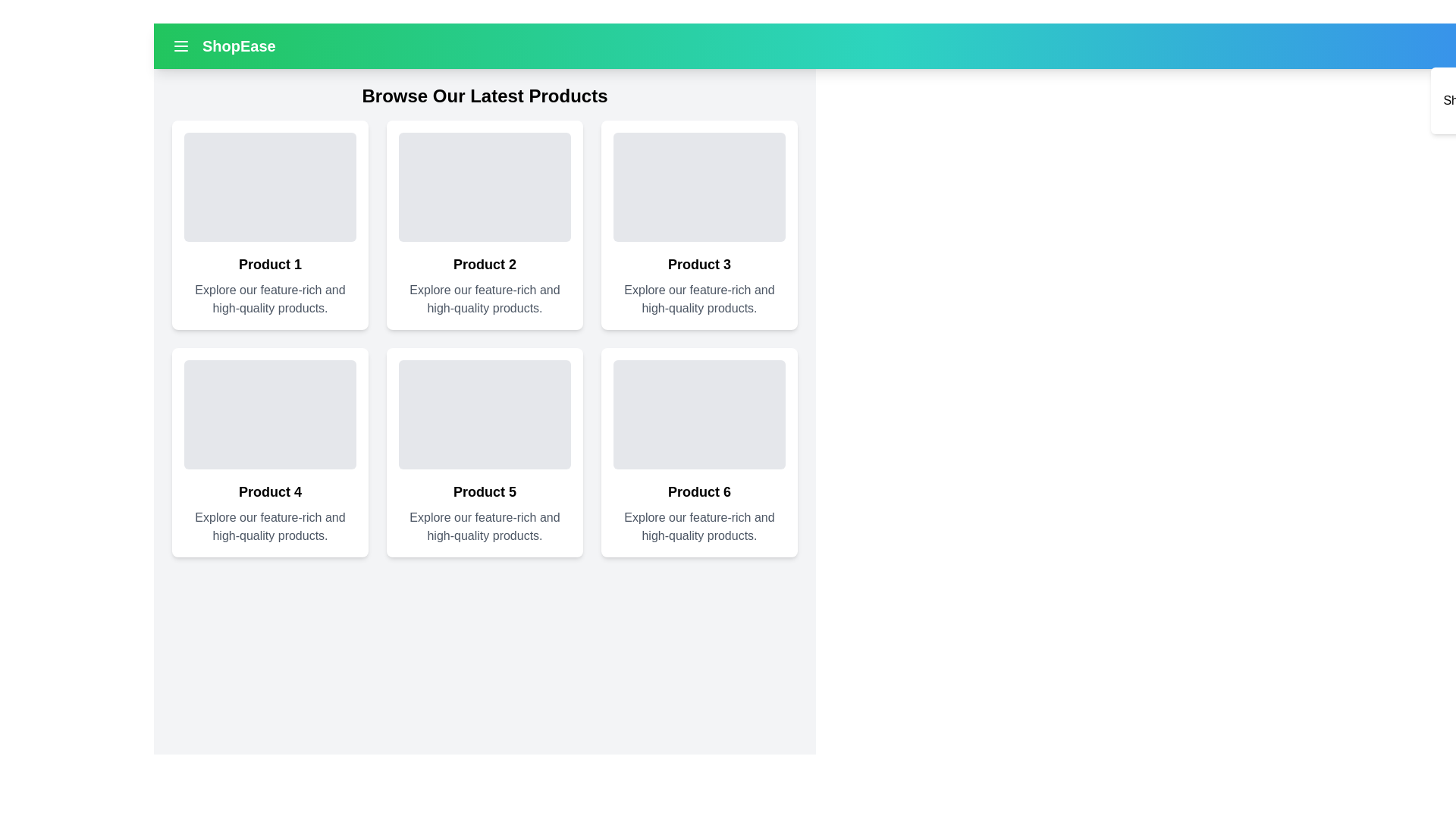 Image resolution: width=1456 pixels, height=819 pixels. Describe the element at coordinates (484, 415) in the screenshot. I see `the rectangular gray area with rounded corners, which is the image placeholder in the top section of the card titled 'Product 5', located in the second row, second column of the product grid layout` at that location.